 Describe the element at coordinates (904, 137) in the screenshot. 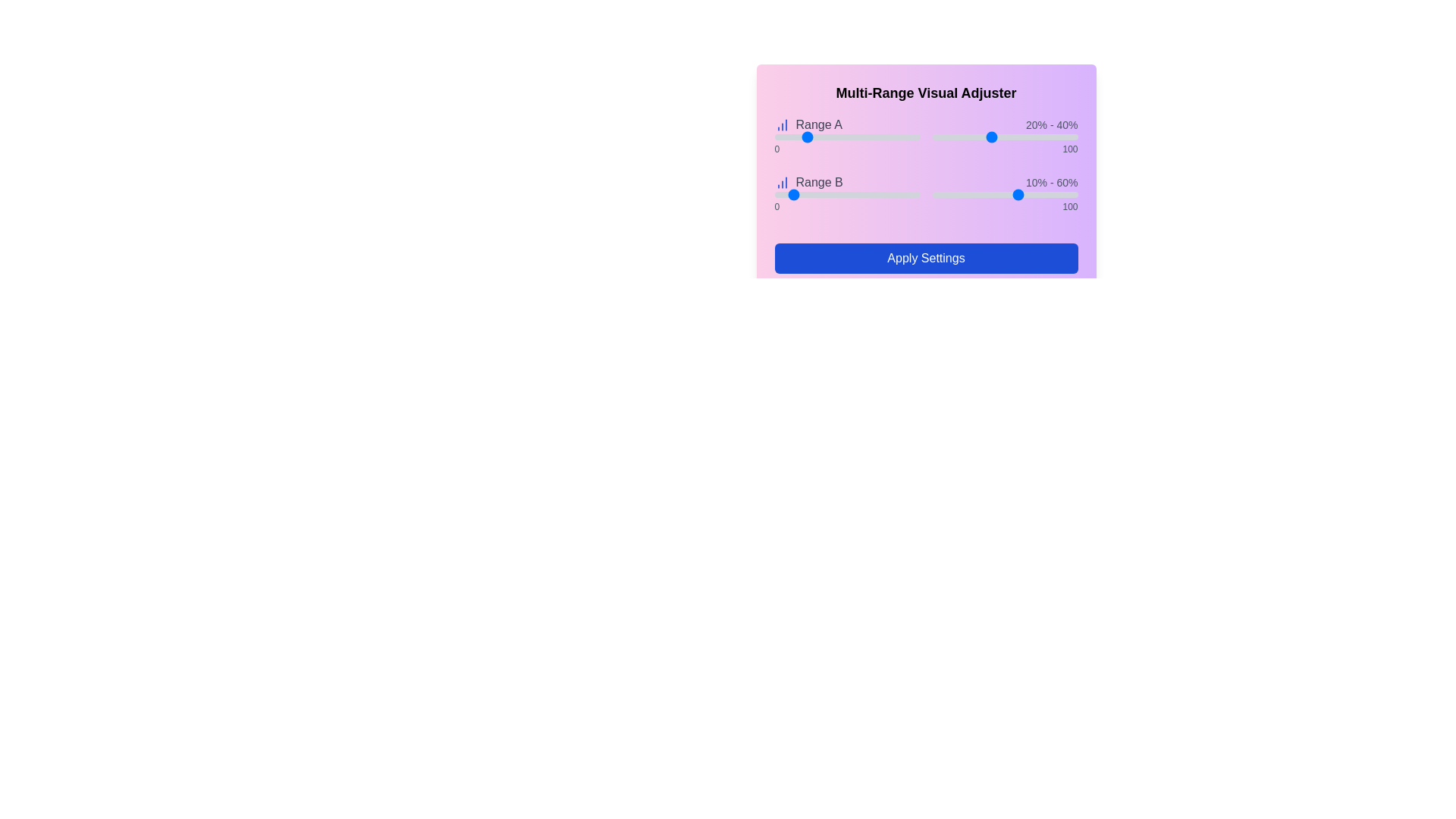

I see `the slider` at that location.